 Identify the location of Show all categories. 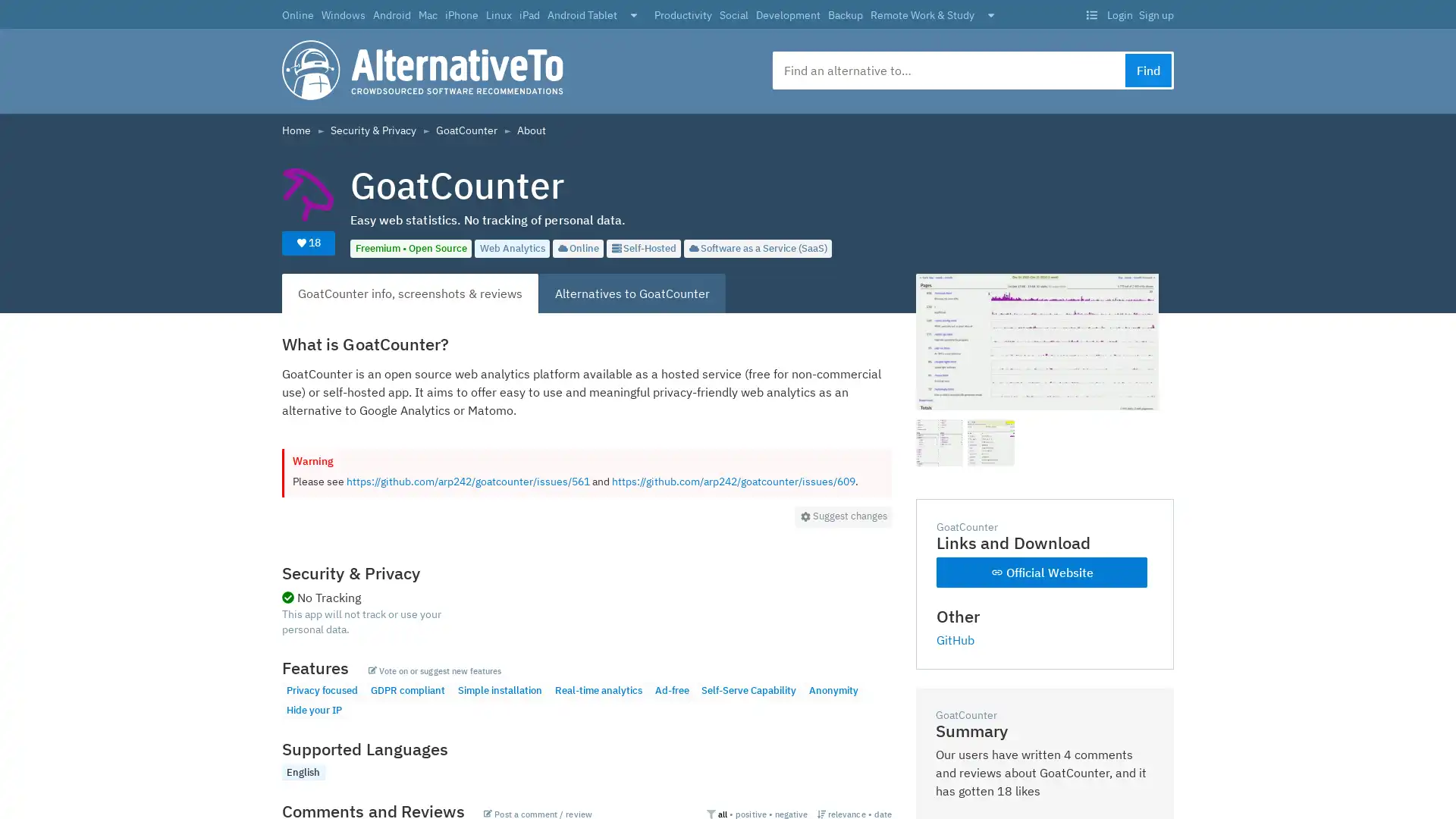
(990, 16).